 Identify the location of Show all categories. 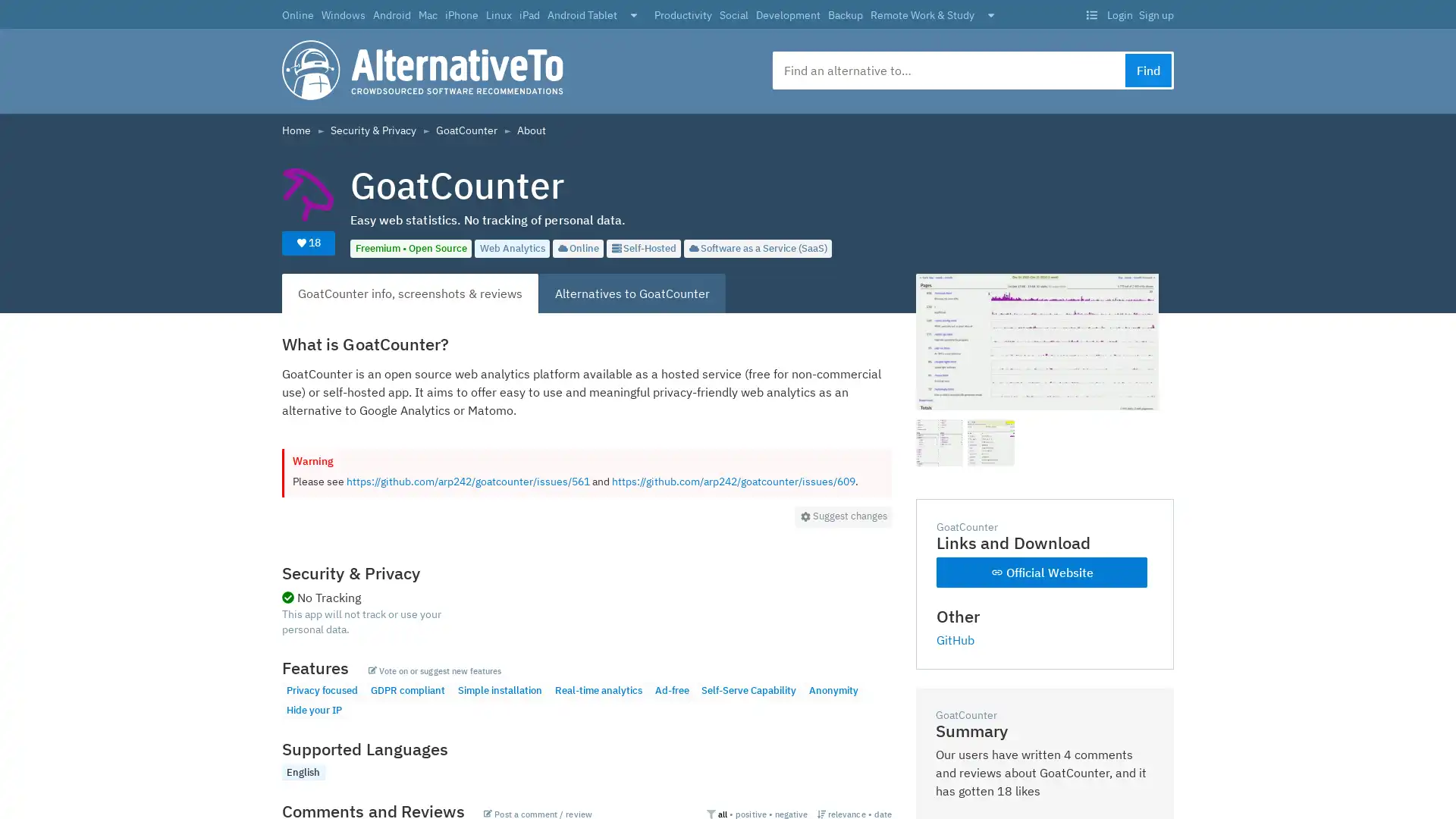
(990, 16).